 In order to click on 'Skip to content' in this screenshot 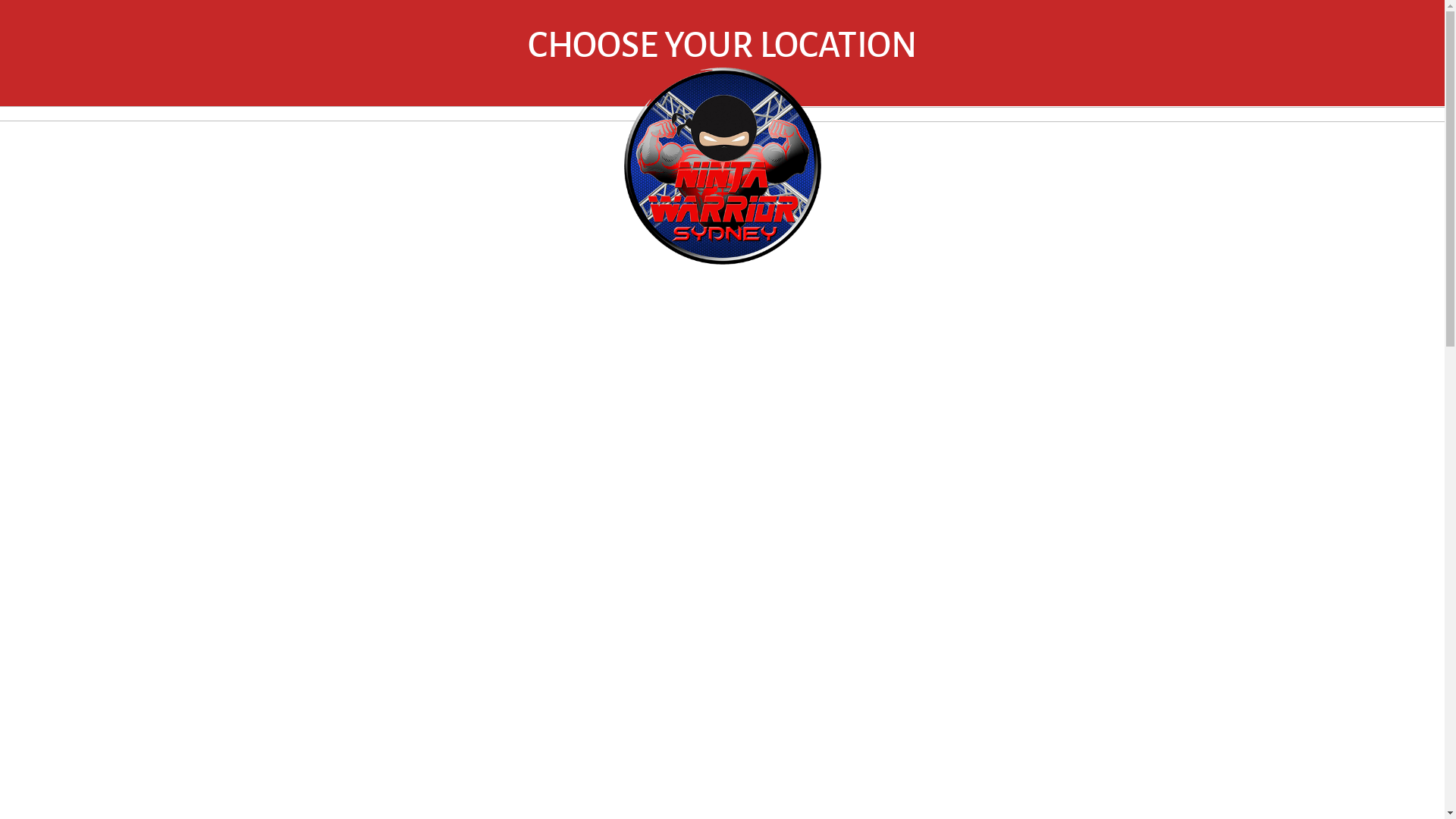, I will do `click(0, 0)`.